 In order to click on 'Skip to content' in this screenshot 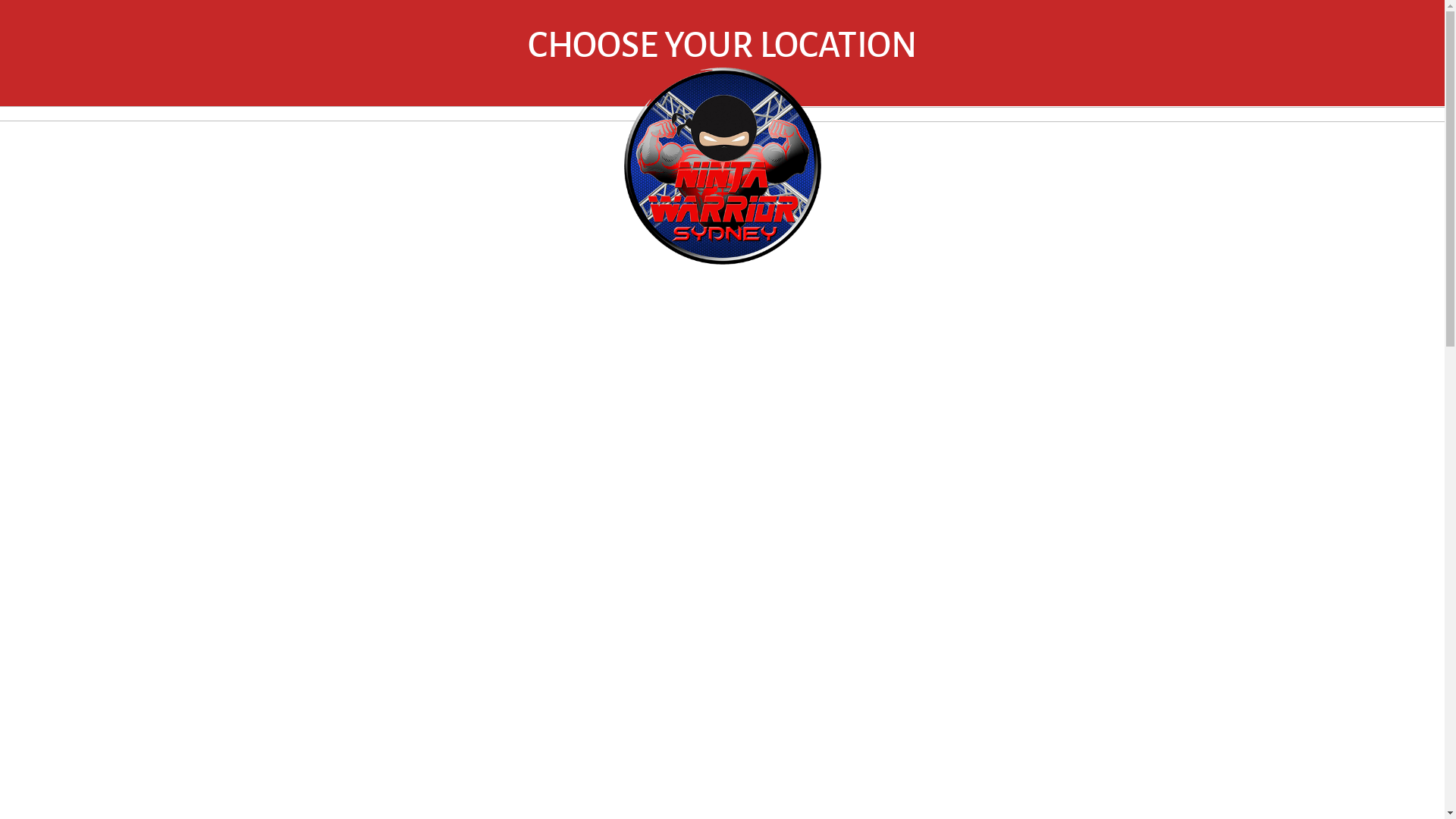, I will do `click(0, 0)`.